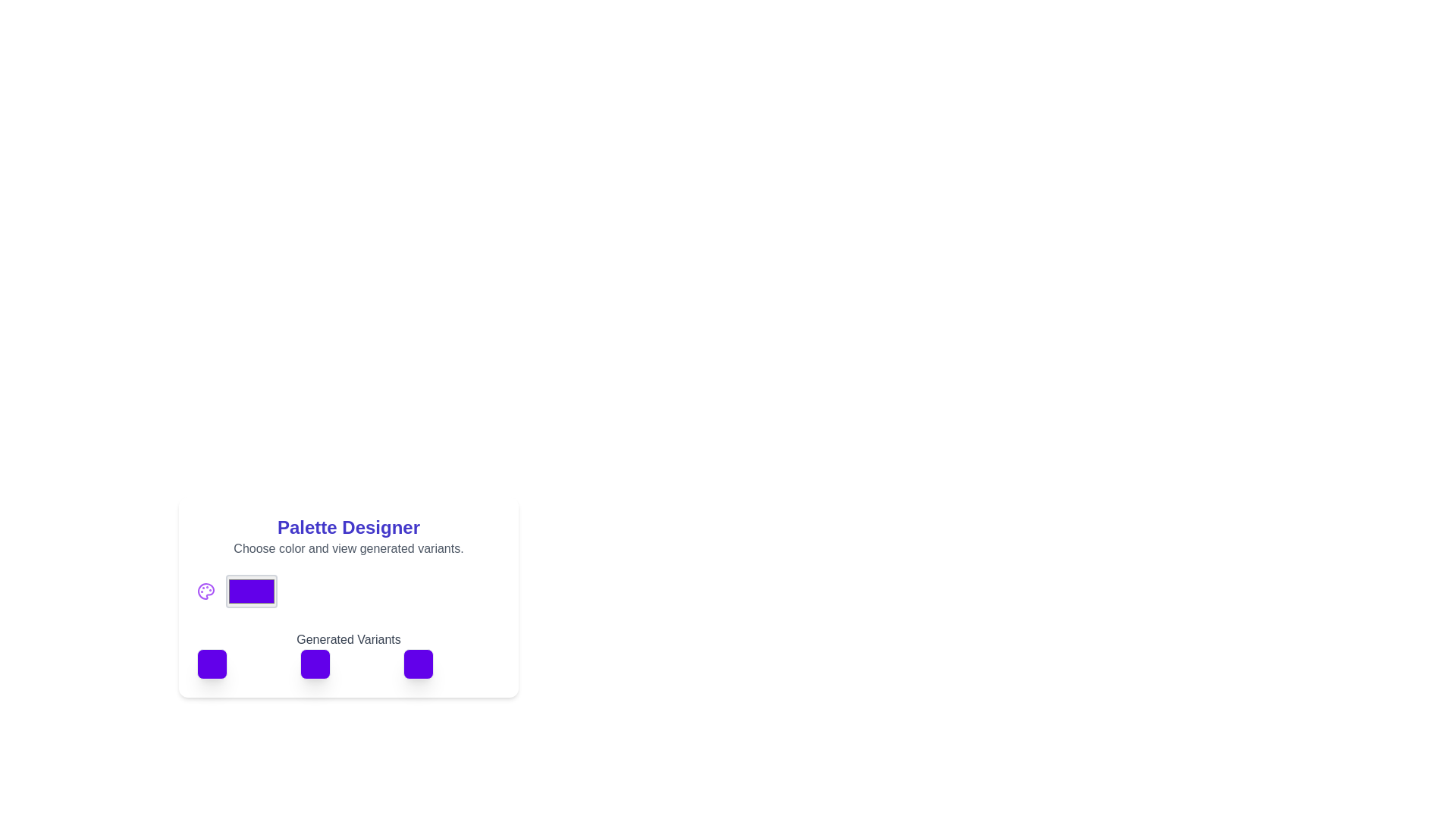 Image resolution: width=1456 pixels, height=819 pixels. What do you see at coordinates (348, 526) in the screenshot?
I see `the Text Label (Heading) that serves as a title for the section above the description 'Choose color and view generated variants.'` at bounding box center [348, 526].